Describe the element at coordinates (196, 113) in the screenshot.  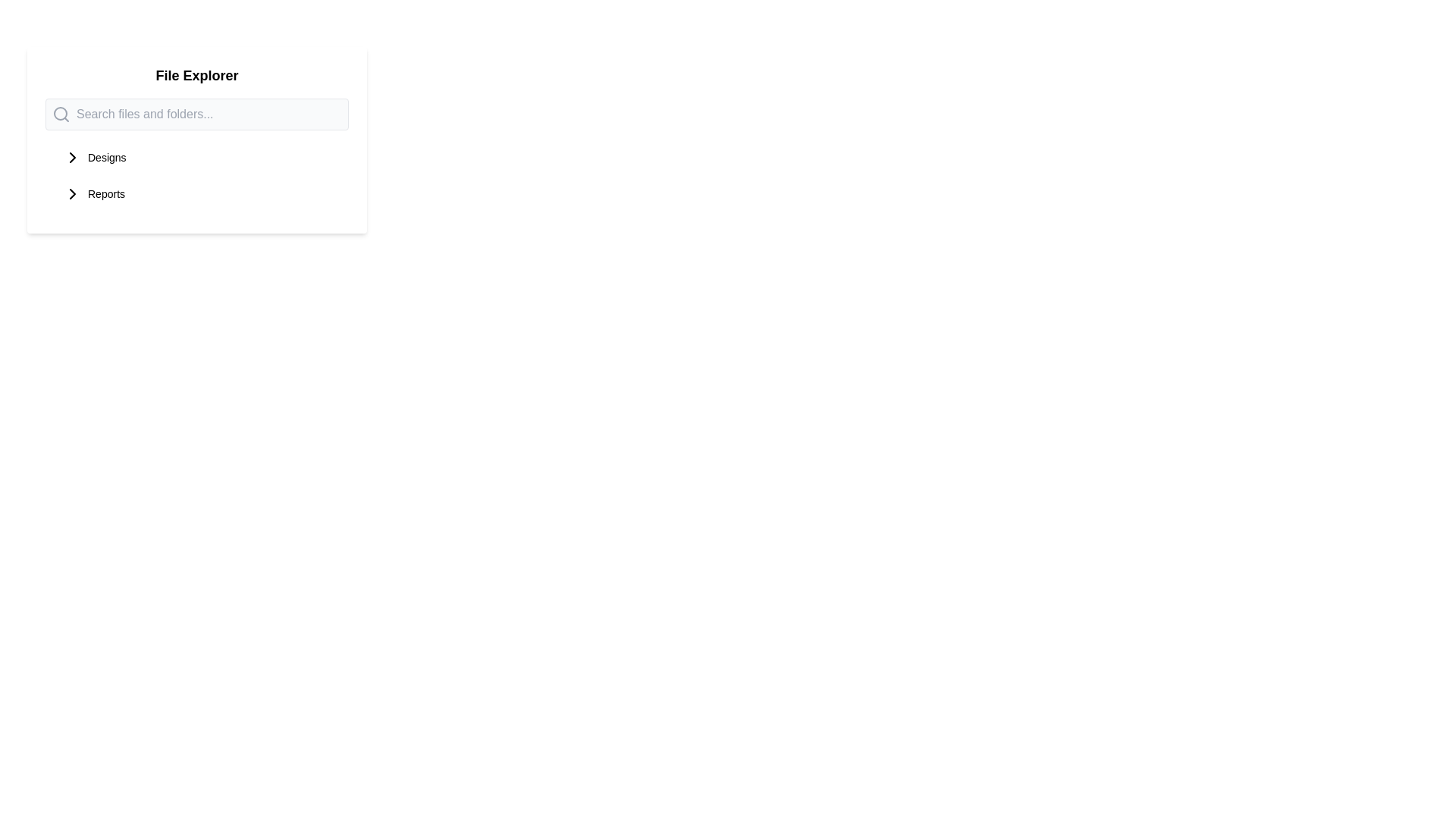
I see `the search input field located underneath the 'File Explorer' header` at that location.